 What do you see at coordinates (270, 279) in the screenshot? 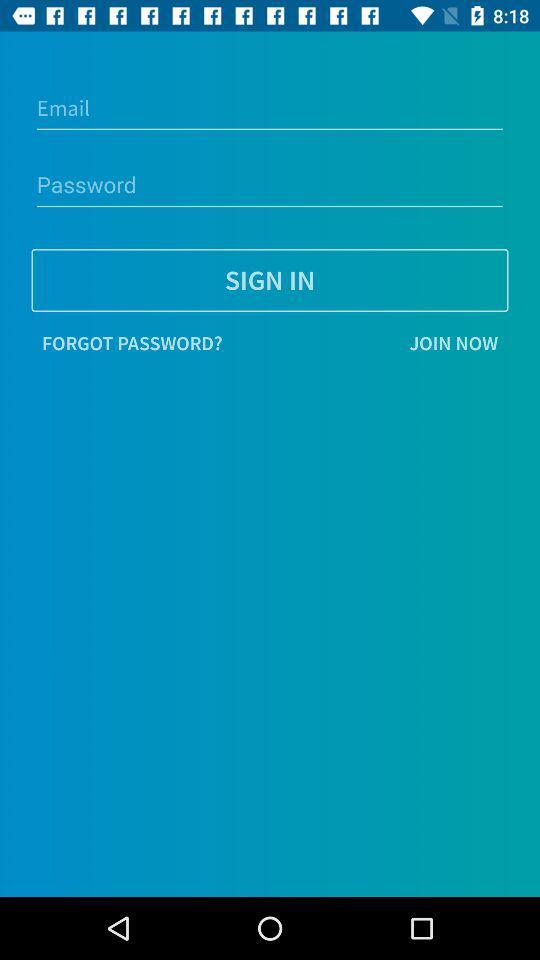
I see `icon above the forgot password? item` at bounding box center [270, 279].